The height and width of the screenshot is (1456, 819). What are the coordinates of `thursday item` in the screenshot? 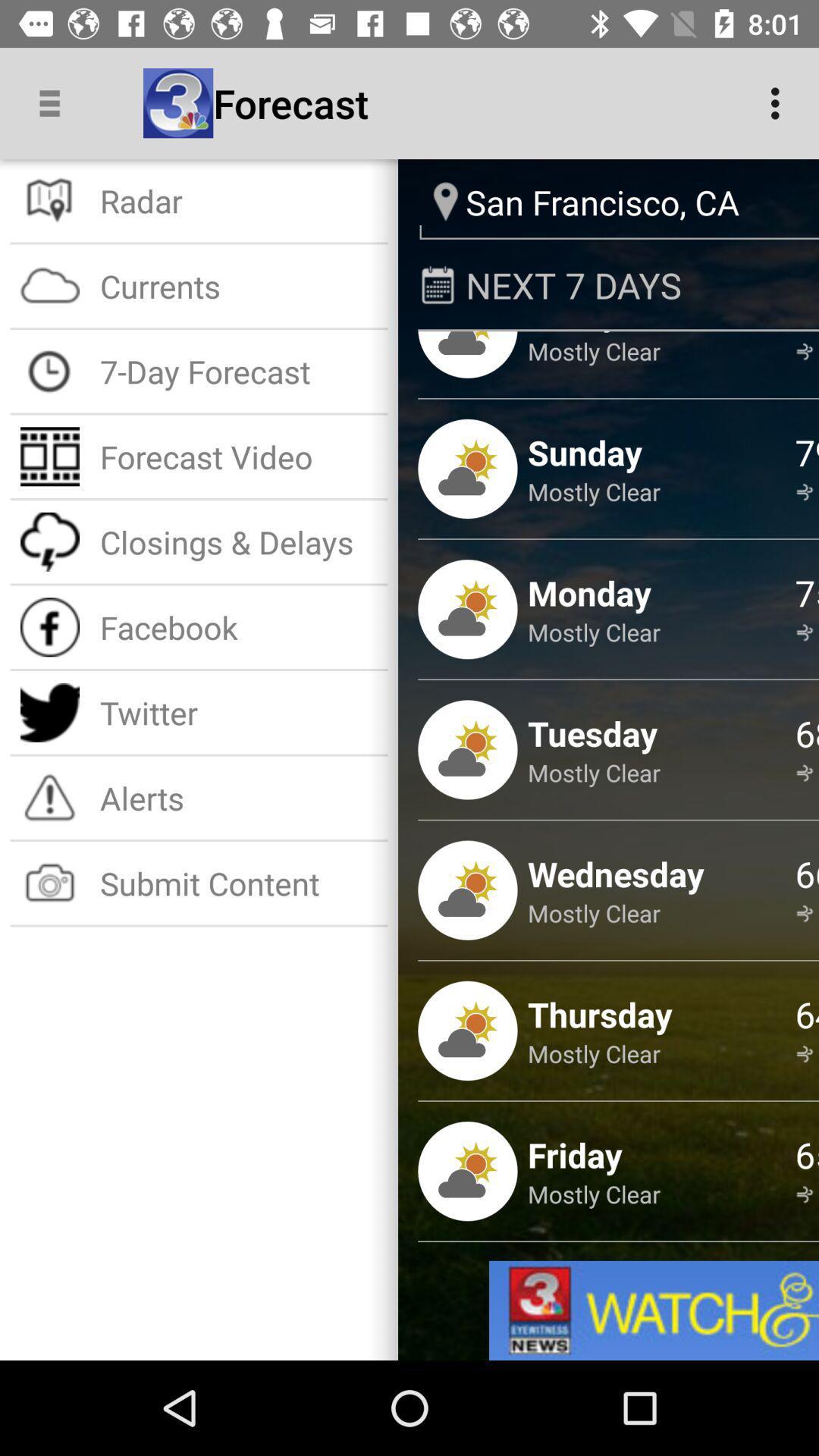 It's located at (599, 1014).